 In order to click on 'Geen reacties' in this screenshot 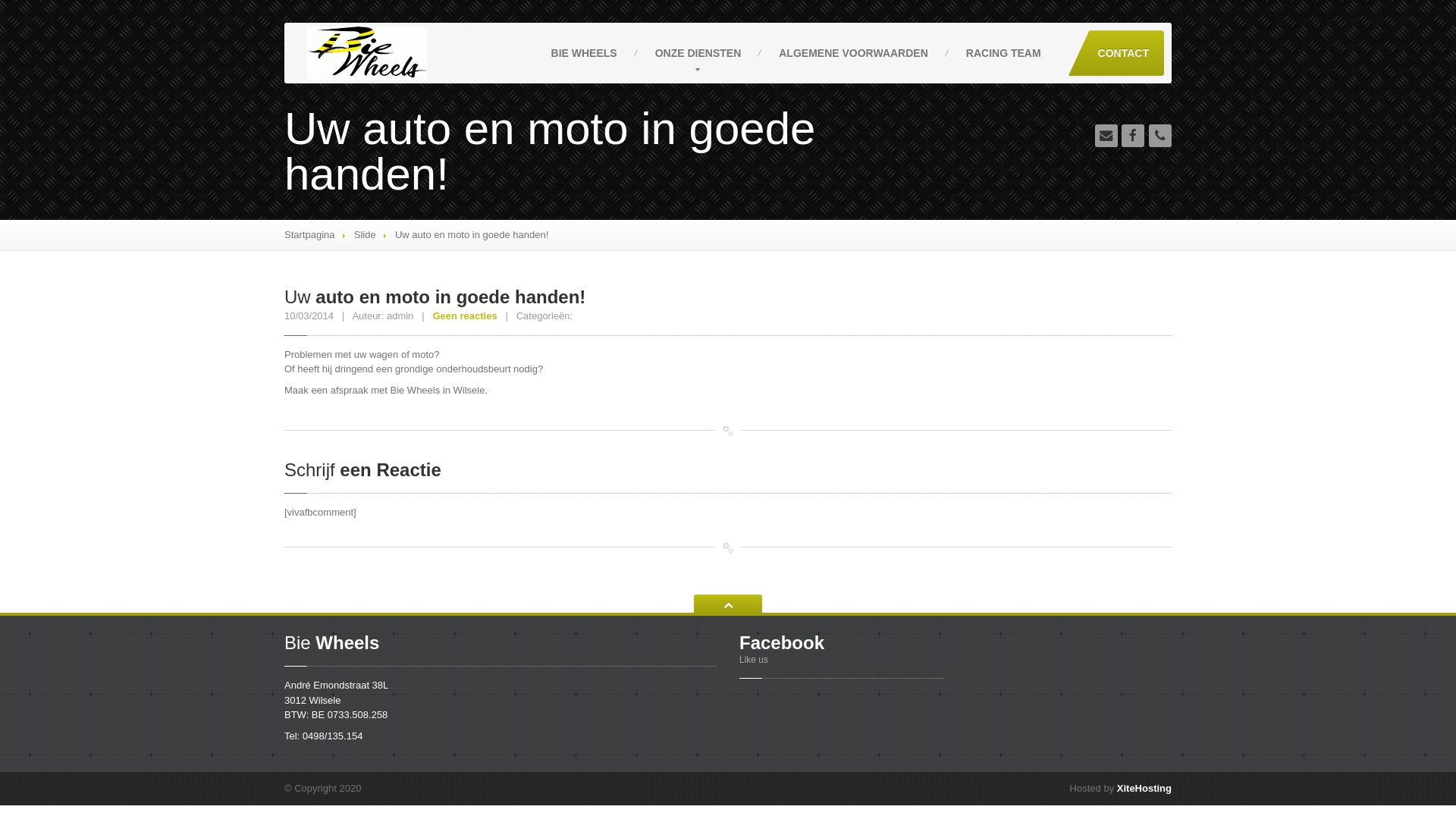, I will do `click(463, 315)`.